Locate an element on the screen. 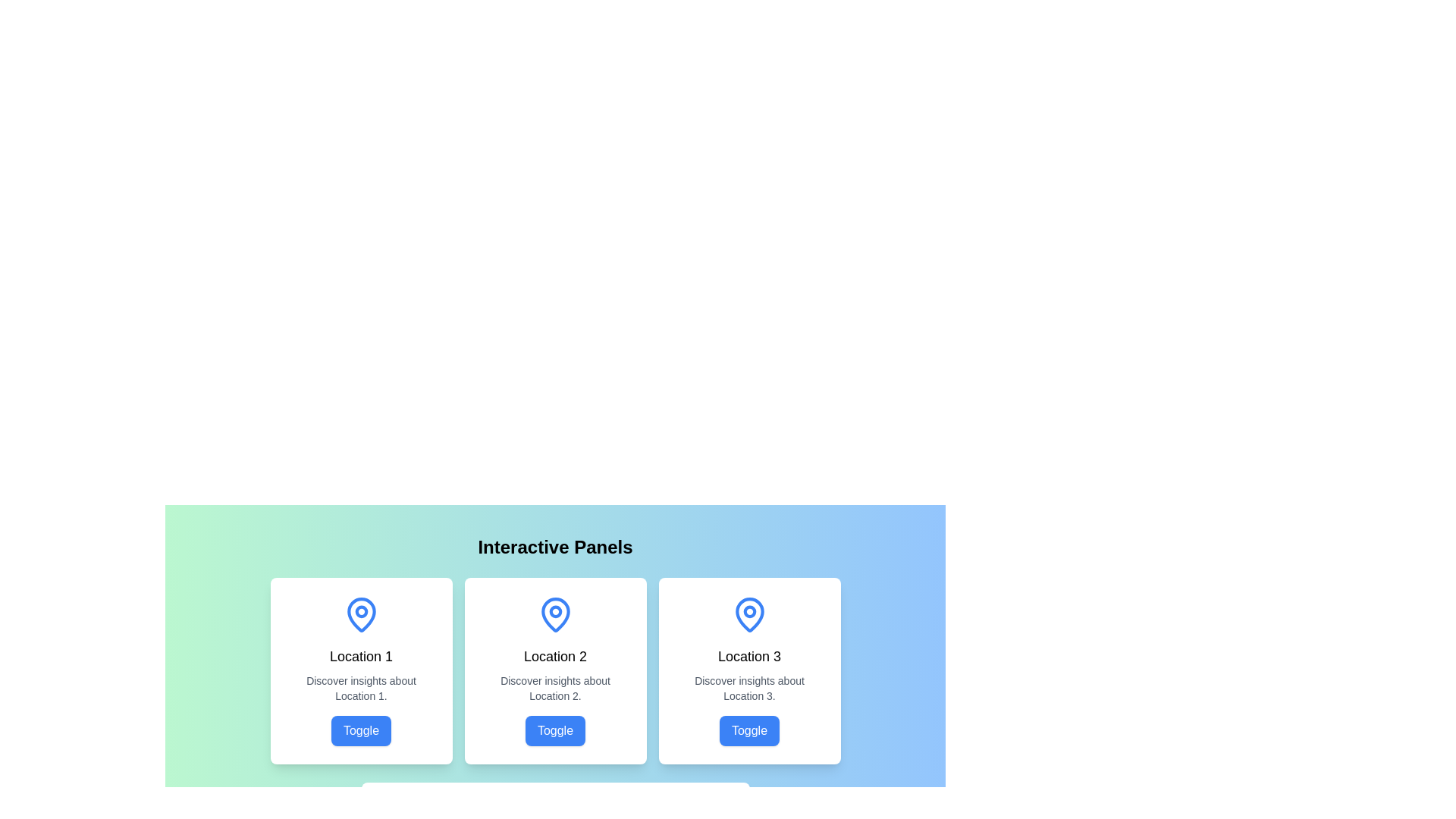 This screenshot has width=1456, height=819. the location marker icon situated at the top-center of the card titled 'Location 1' is located at coordinates (360, 614).